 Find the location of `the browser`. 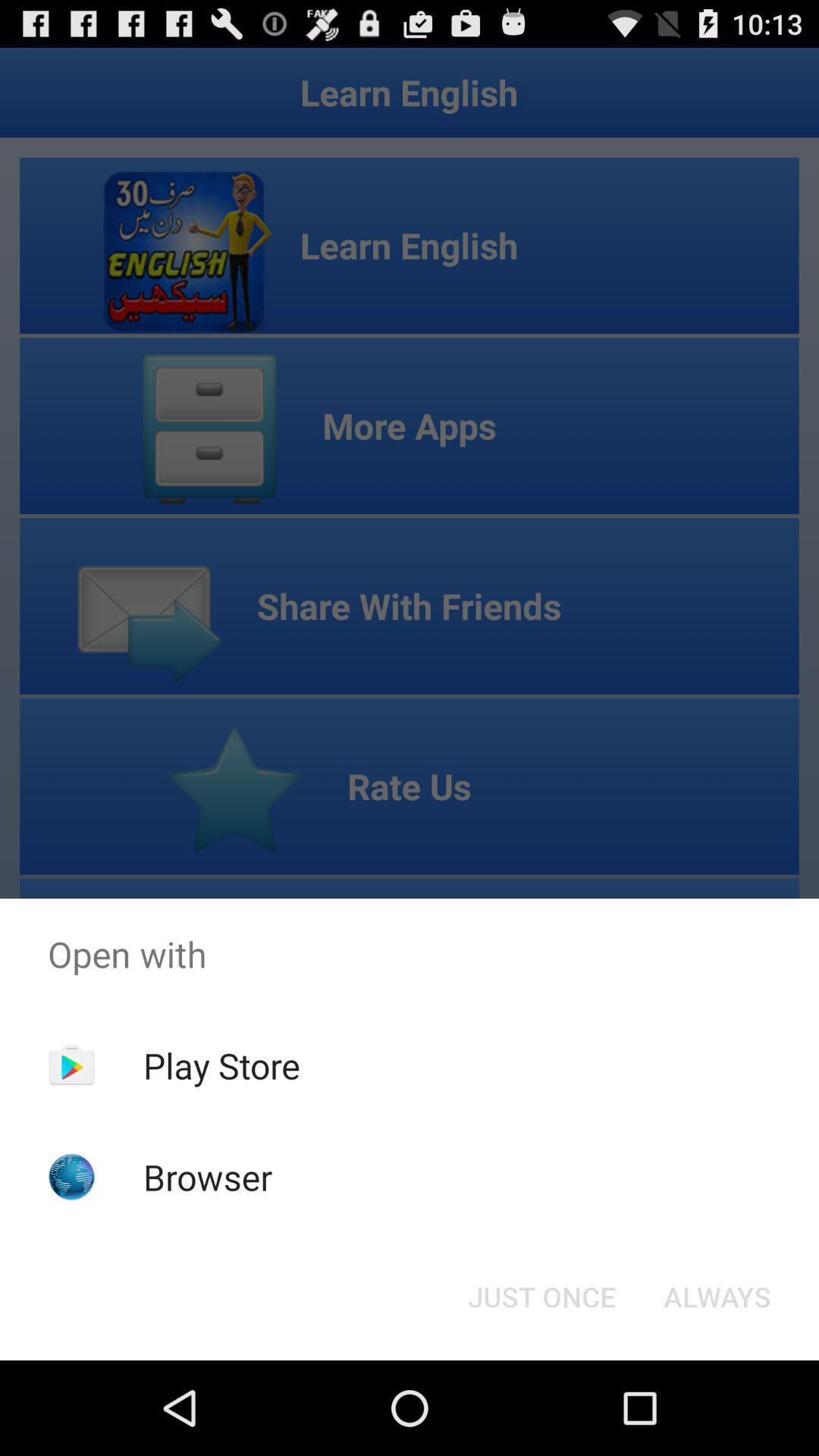

the browser is located at coordinates (208, 1176).